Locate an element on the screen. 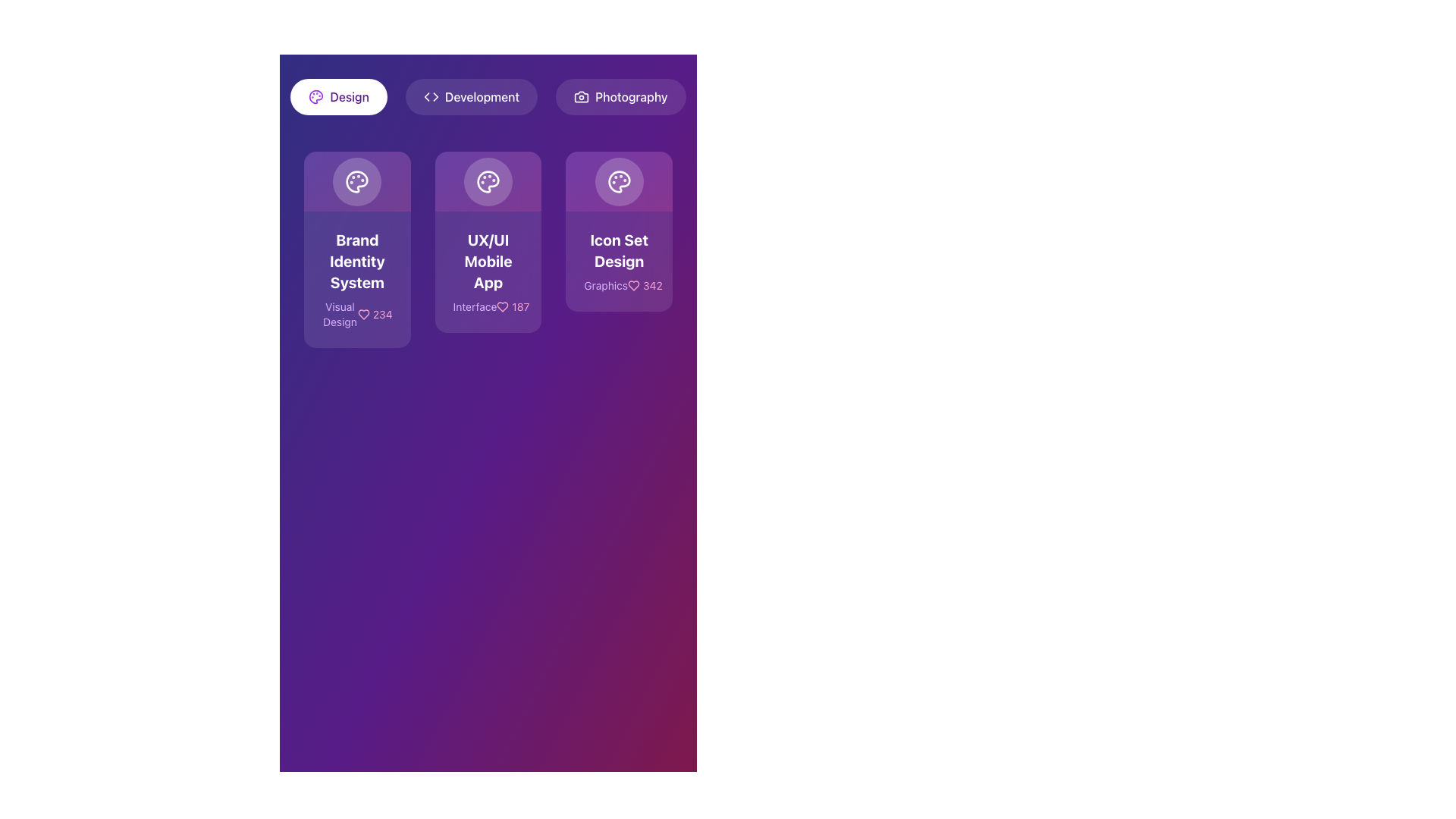 The height and width of the screenshot is (819, 1456). the circular button located in the top-left card of the grid, which is above the text 'Brand Identity System' is located at coordinates (356, 180).